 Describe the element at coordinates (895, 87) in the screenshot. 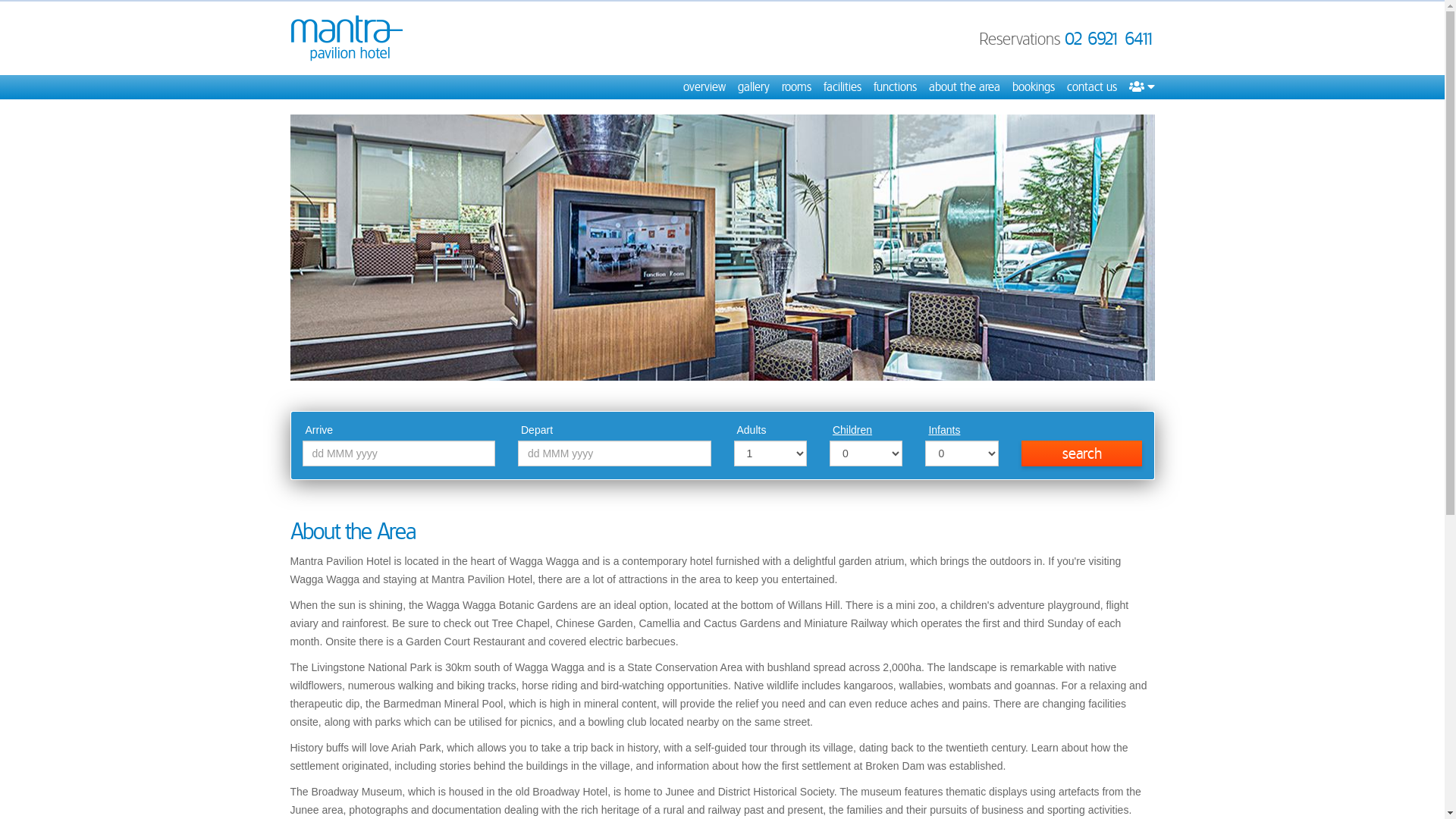

I see `'functions'` at that location.